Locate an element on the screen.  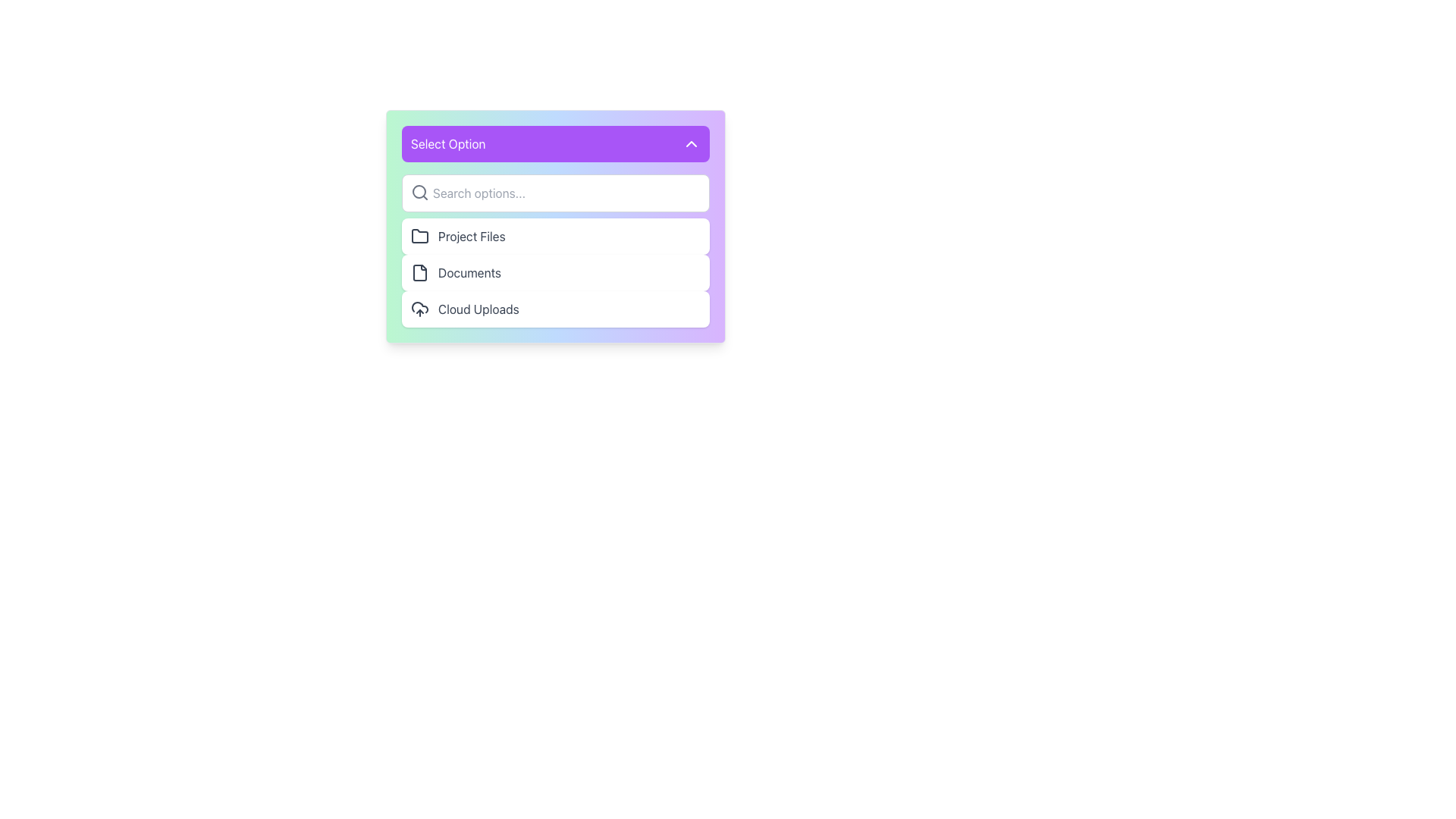
the 'Documents' text label, which is styled in a dark gray sans-serif font and is located in the second row of a vertical list in a dropdown menu is located at coordinates (469, 271).